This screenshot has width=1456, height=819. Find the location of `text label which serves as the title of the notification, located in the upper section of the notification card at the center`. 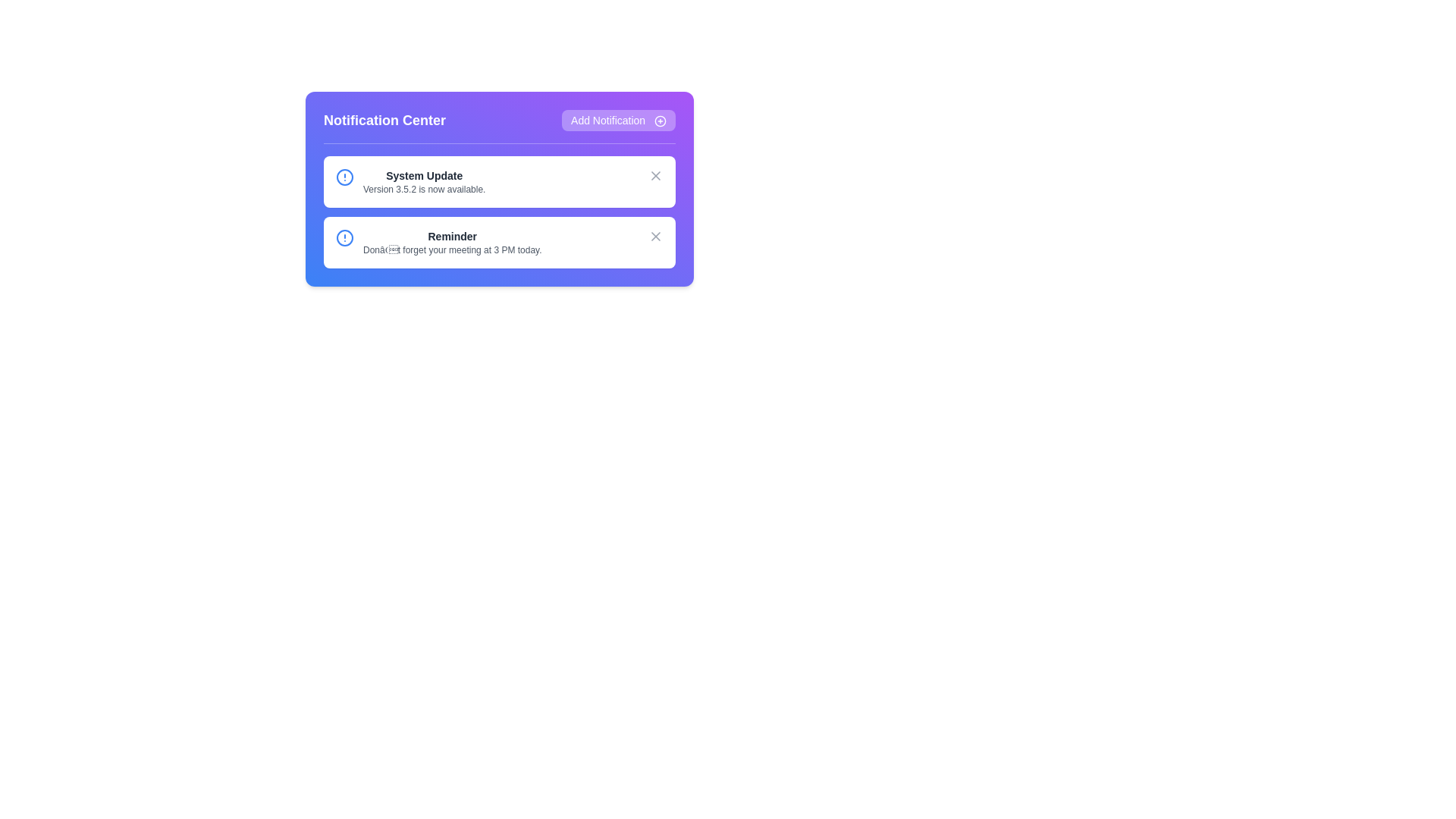

text label which serves as the title of the notification, located in the upper section of the notification card at the center is located at coordinates (424, 174).